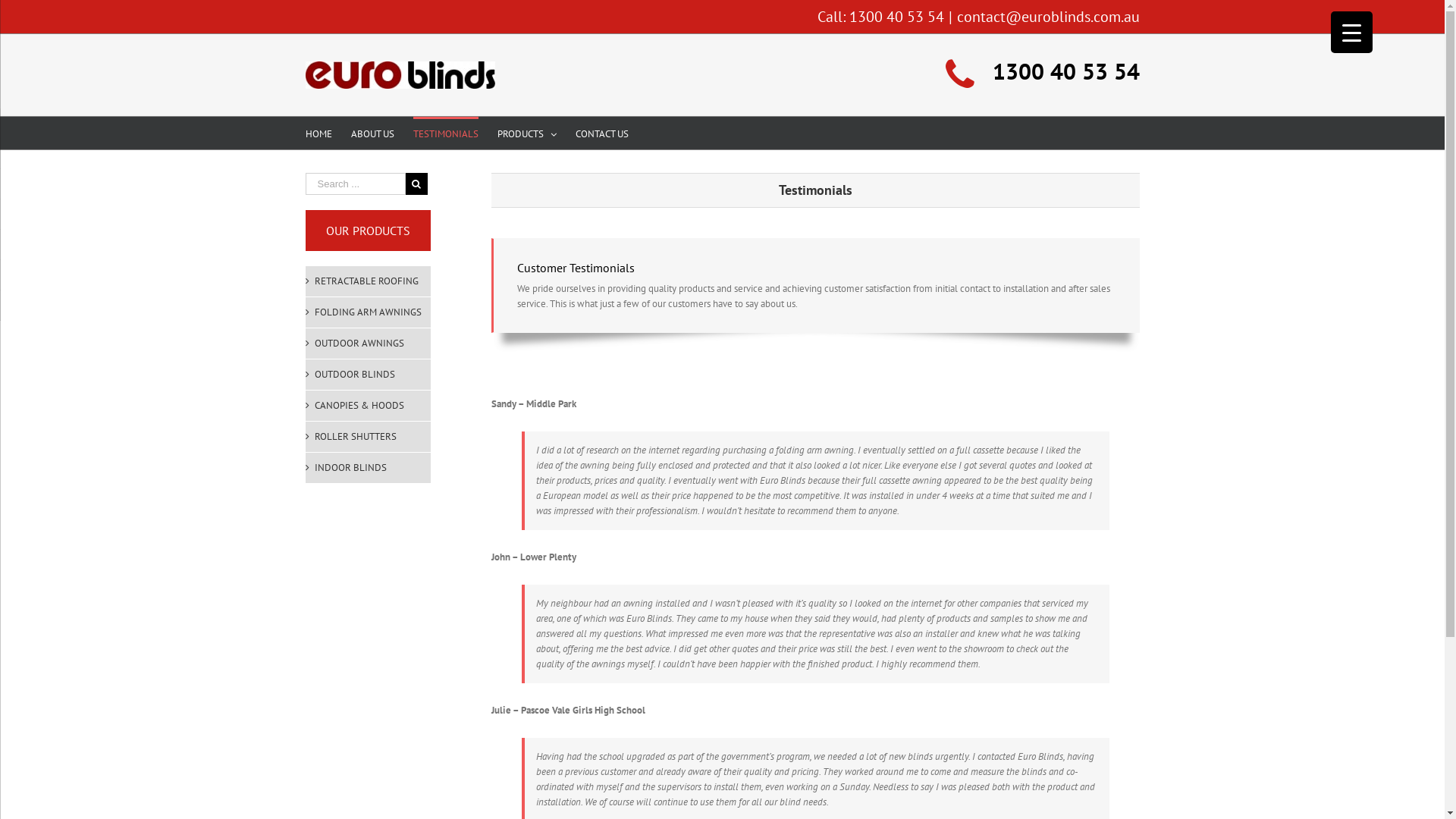 This screenshot has height=819, width=1456. Describe the element at coordinates (368, 405) in the screenshot. I see `'CANOPIES & HOODS'` at that location.